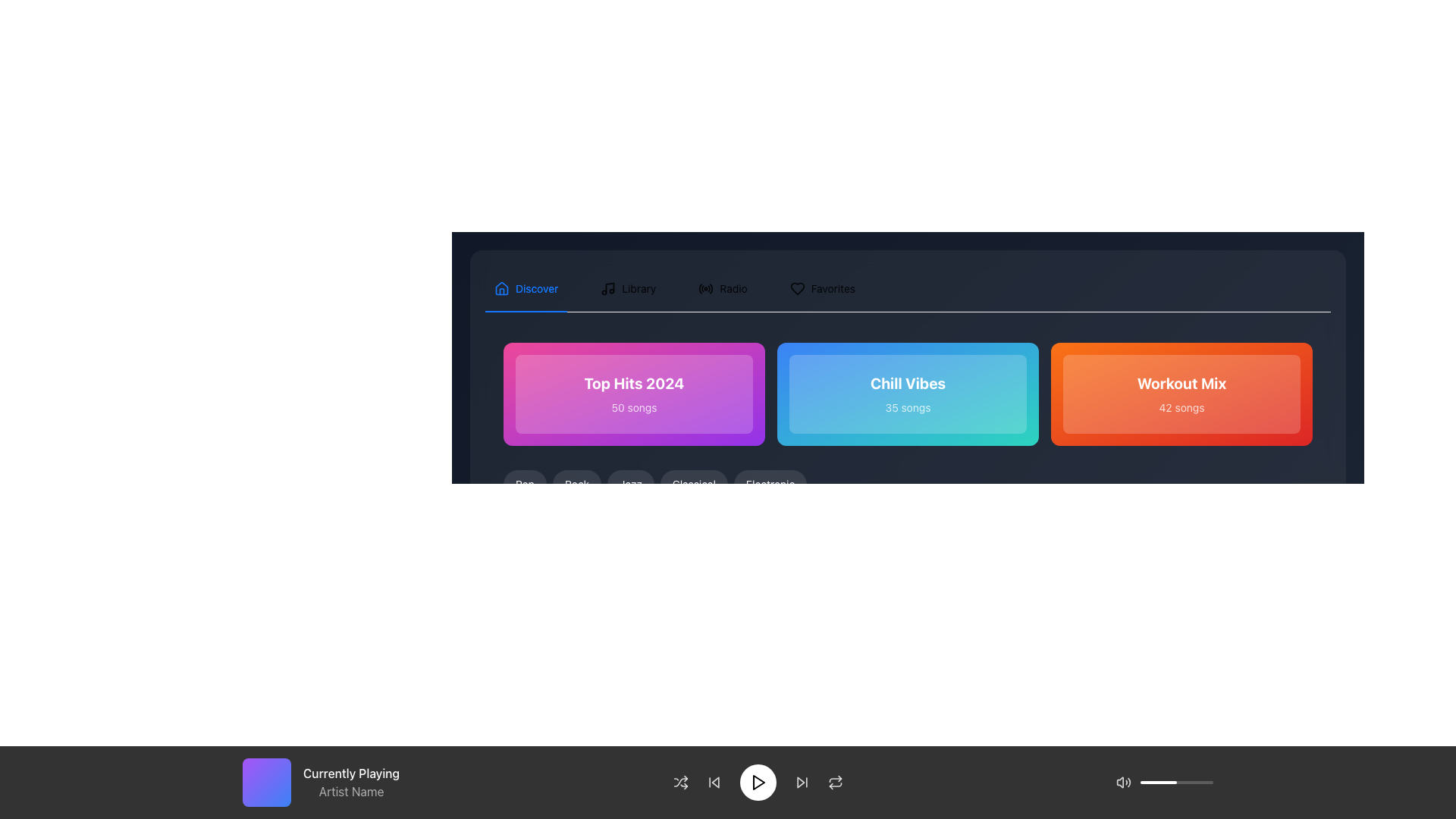 The image size is (1456, 819). I want to click on the static text display showing 'Artist Name', which is styled with a lightweight font in dimmed white color on a dark background, located in the footer section below 'Currently Playing', so click(350, 791).